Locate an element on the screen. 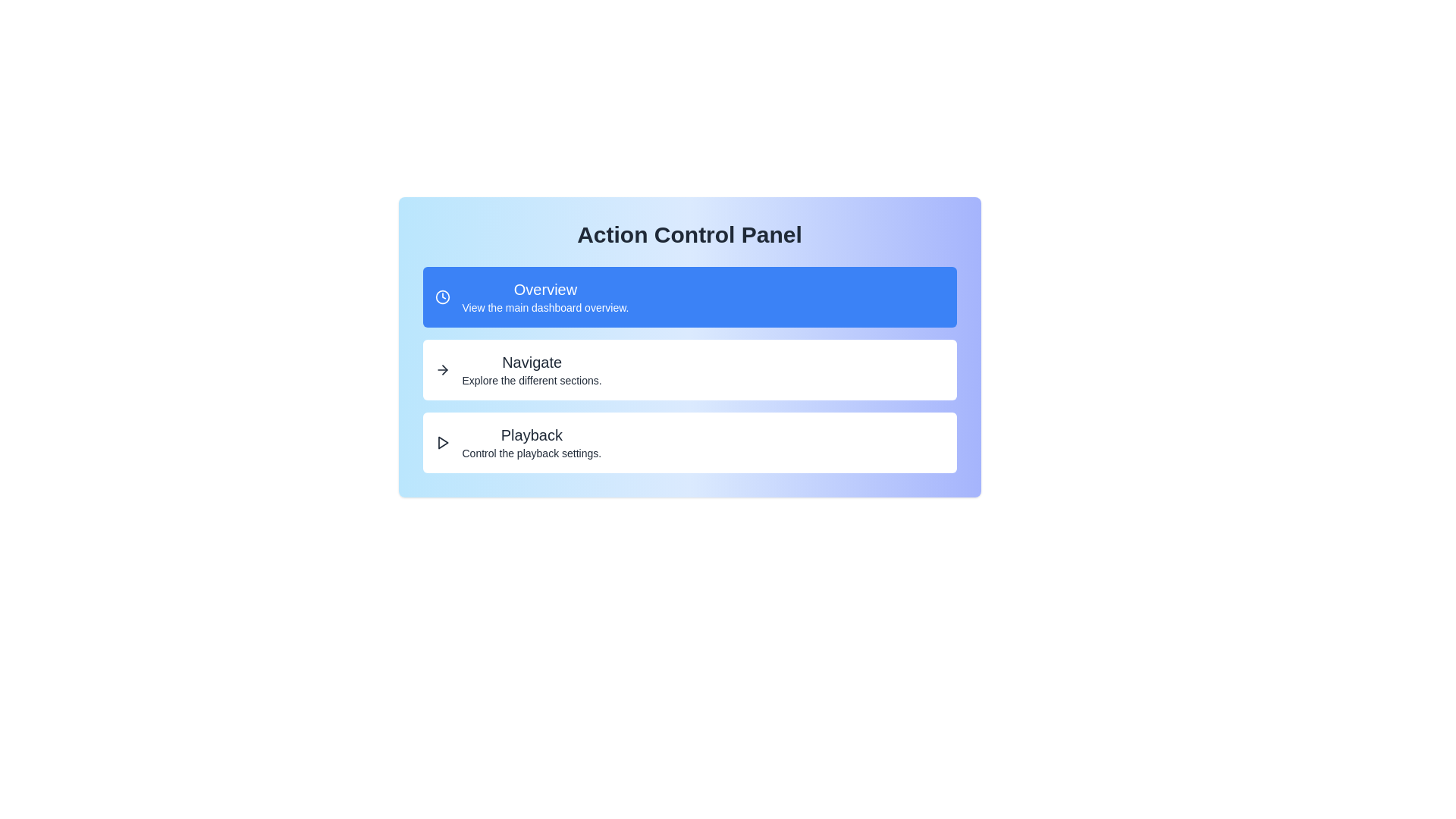 The height and width of the screenshot is (819, 1456). the 'Playback' element, which consists of two lines of text: 'Playback' in bold and 'Control the playback settings.' below it, positioned in a vertical list of actions is located at coordinates (532, 442).